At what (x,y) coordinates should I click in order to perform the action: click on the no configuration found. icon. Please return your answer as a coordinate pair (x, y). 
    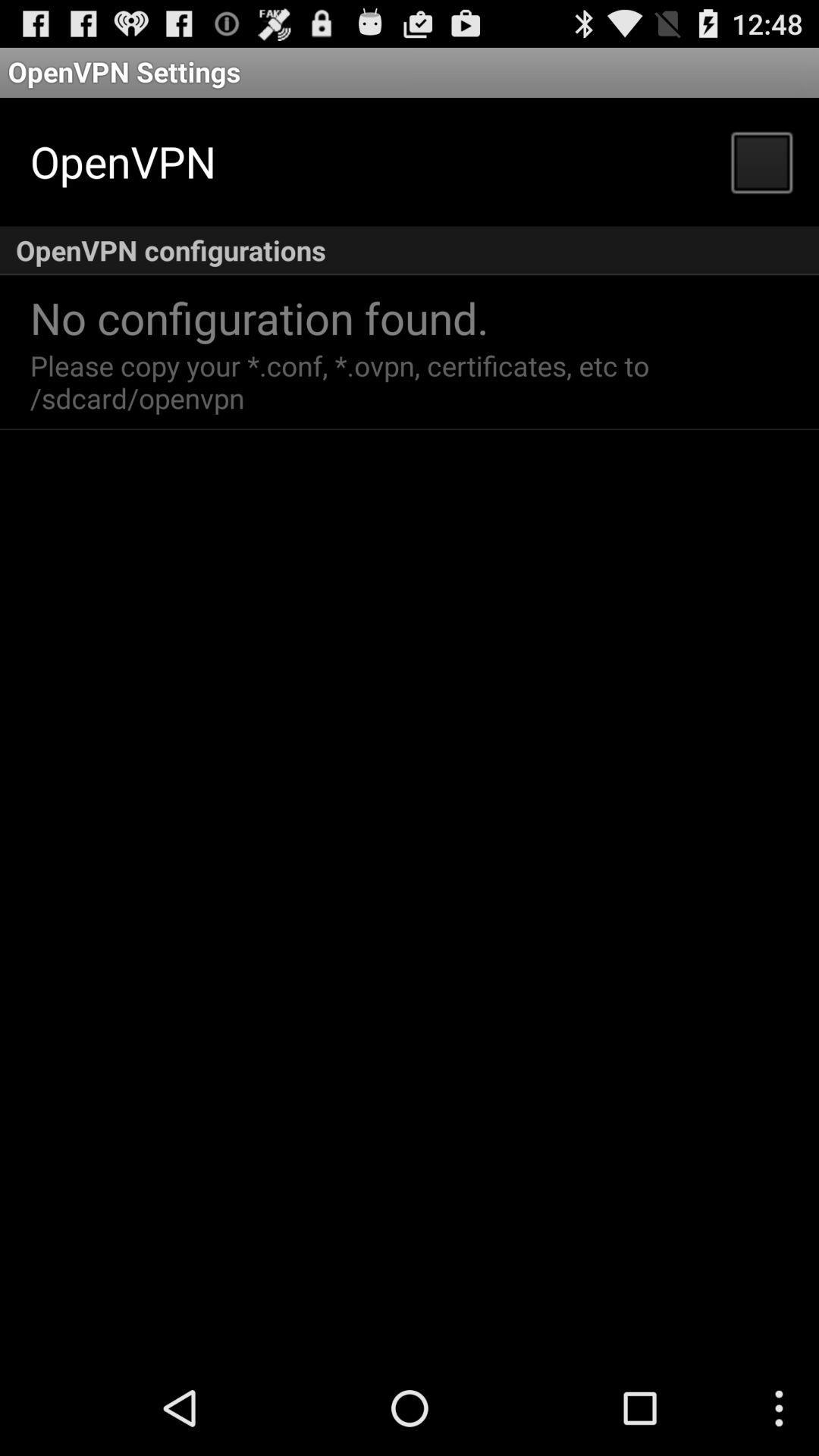
    Looking at the image, I should click on (259, 316).